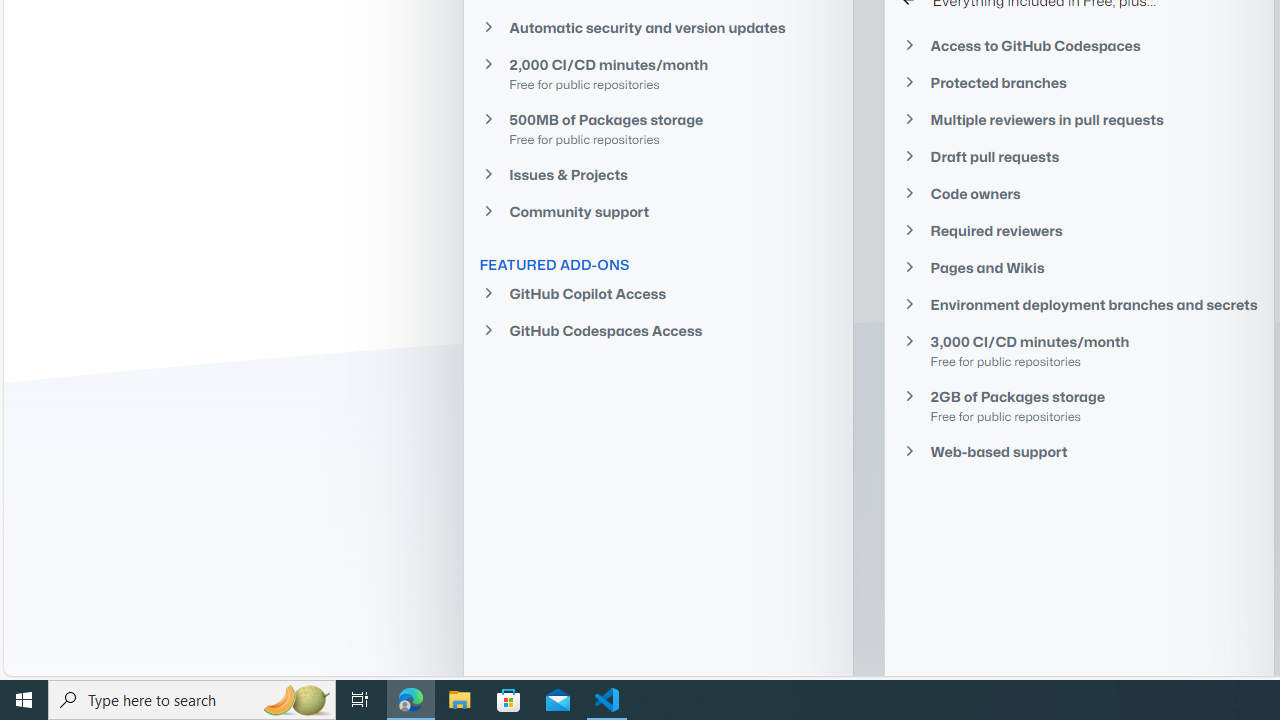 The width and height of the screenshot is (1280, 720). What do you see at coordinates (1078, 349) in the screenshot?
I see `'3,000 CI/CD minutes/monthFree for public repositories'` at bounding box center [1078, 349].